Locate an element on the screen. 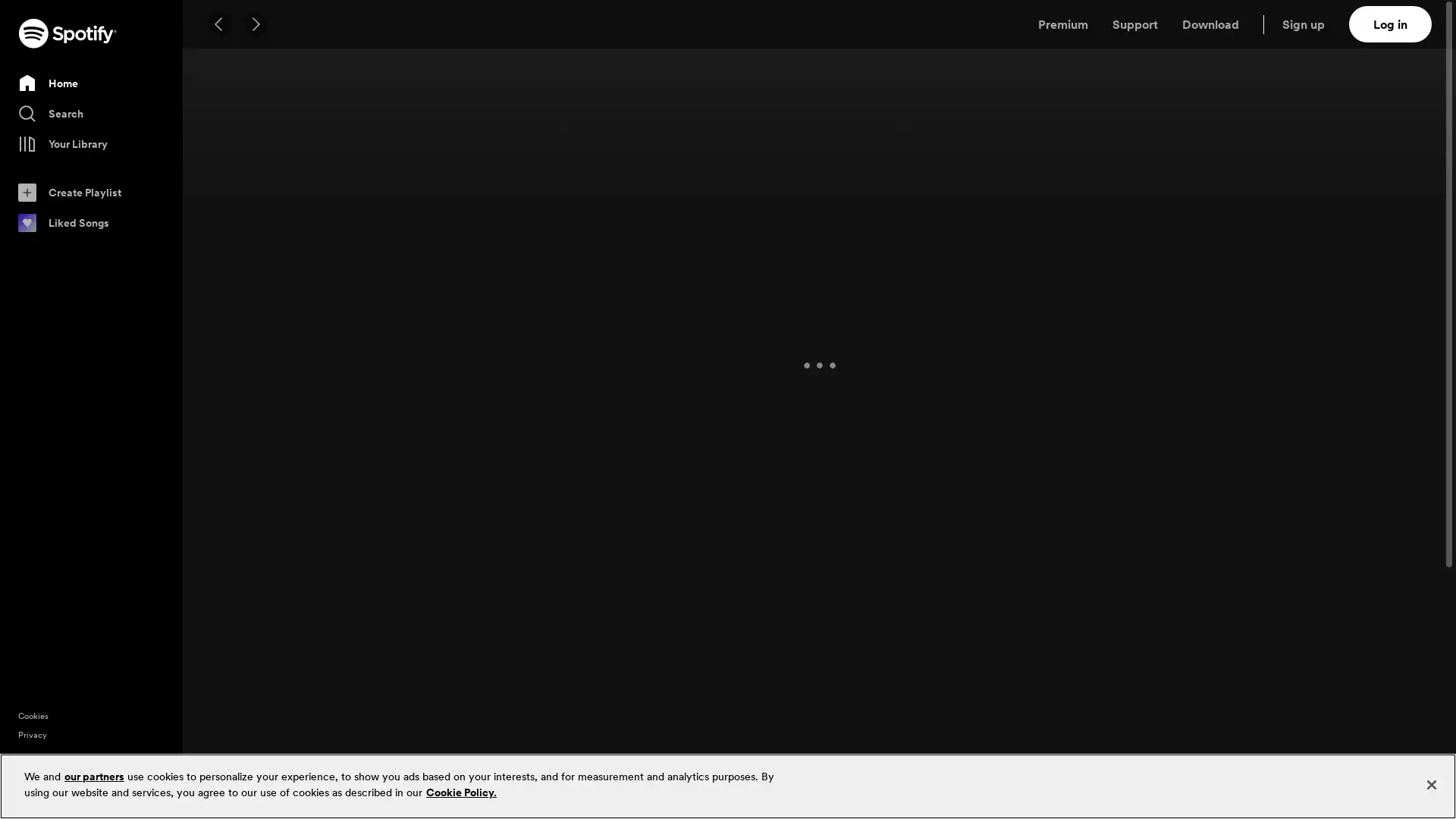  Log in is located at coordinates (1390, 24).